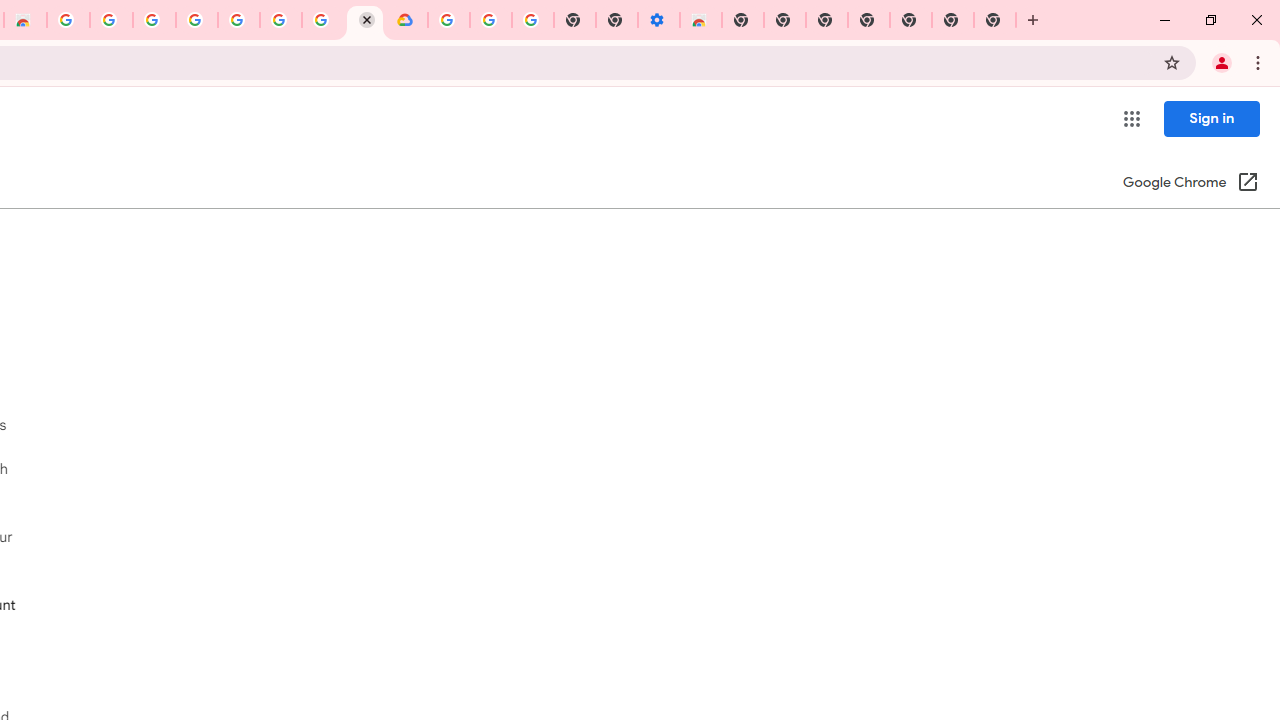  I want to click on 'Google Chrome (Open in a new window)', so click(1191, 183).